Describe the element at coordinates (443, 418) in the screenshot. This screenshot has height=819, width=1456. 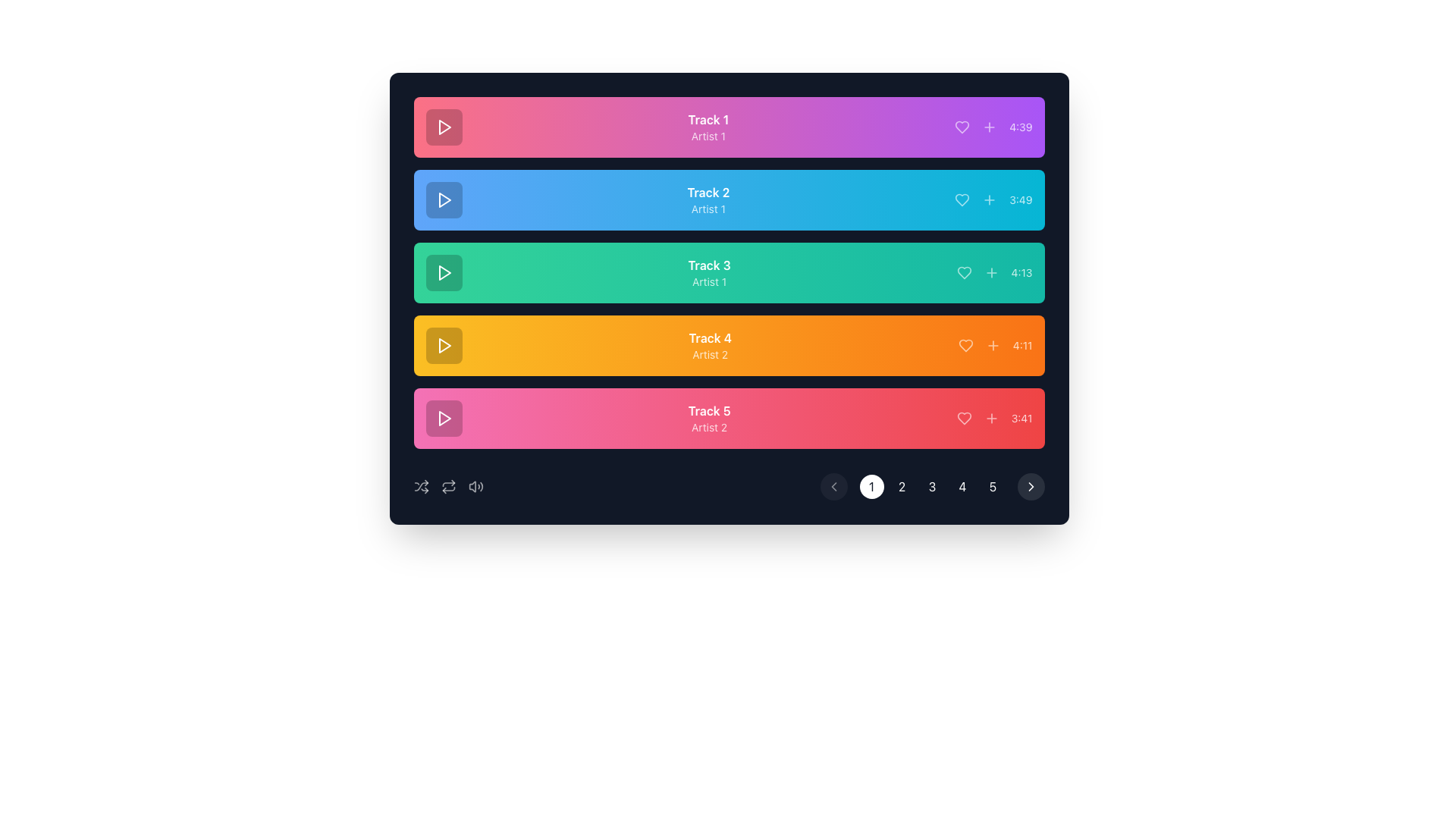
I see `the rounded square button with a black semi-transparent background and a white triangular play icon located at the leftmost position of Track 5 to play the track` at that location.